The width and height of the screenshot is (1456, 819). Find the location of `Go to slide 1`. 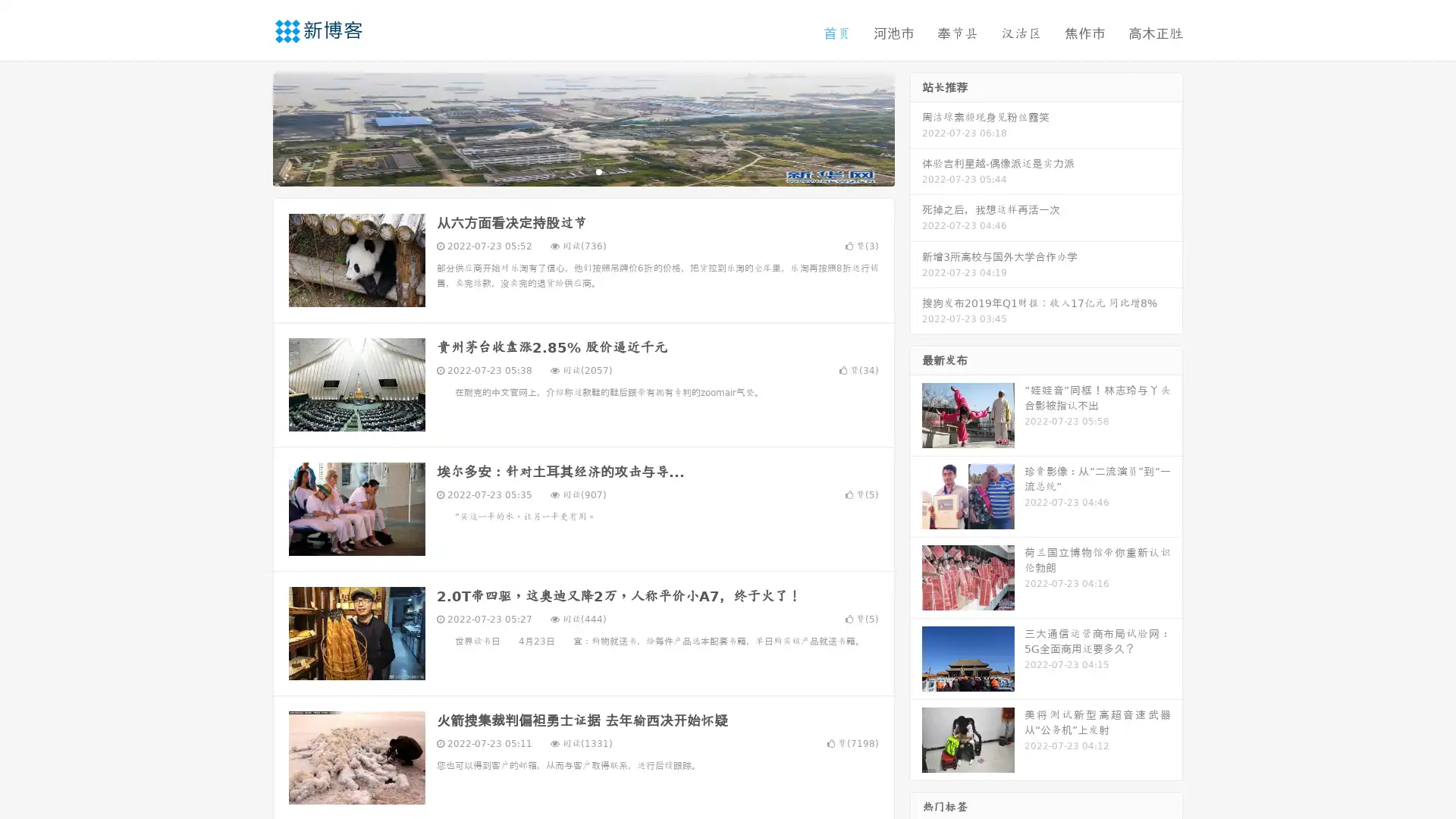

Go to slide 1 is located at coordinates (567, 171).